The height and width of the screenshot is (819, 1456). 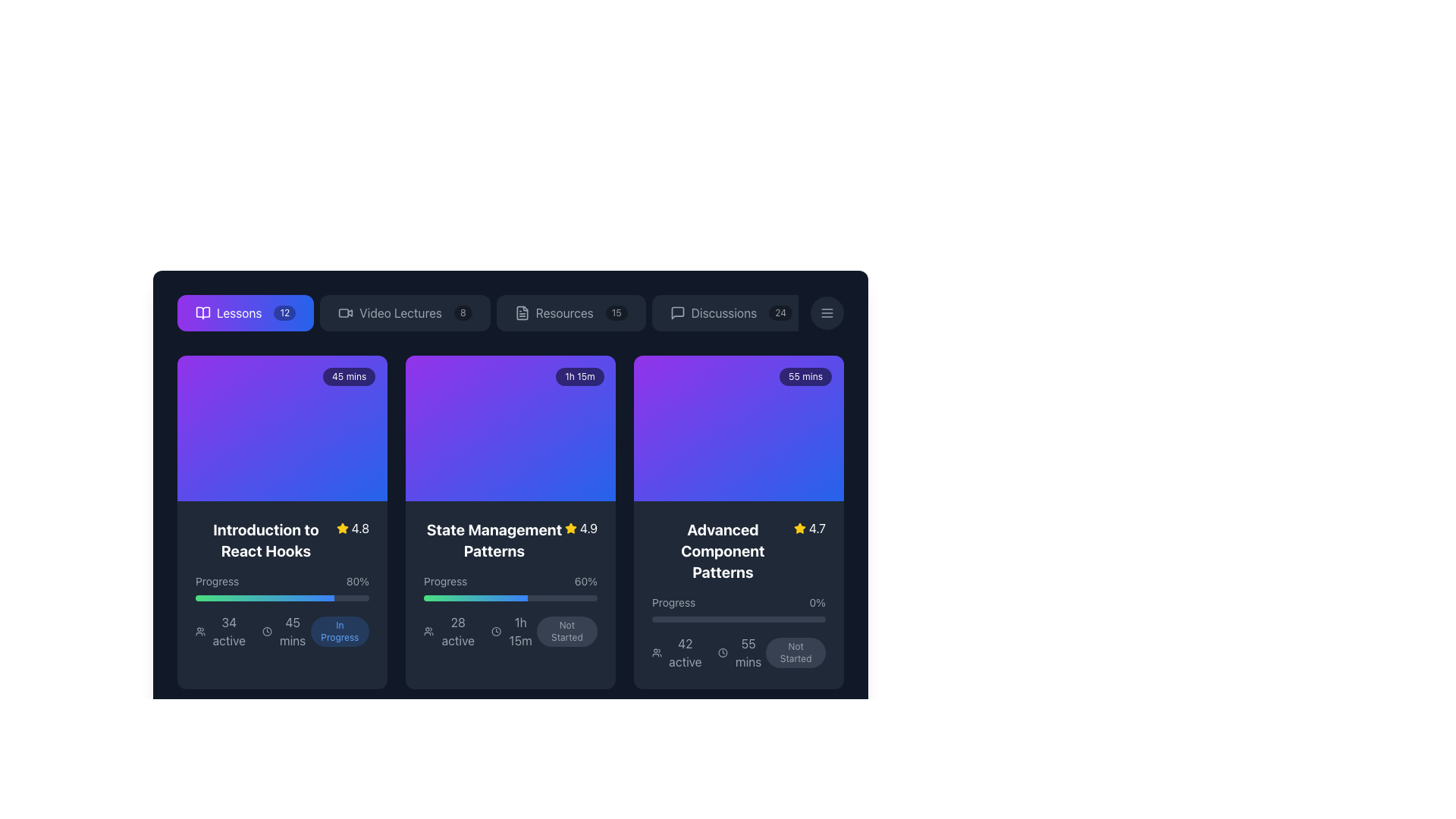 I want to click on the text label displaying the number of active participants in the middle card, so click(x=457, y=632).